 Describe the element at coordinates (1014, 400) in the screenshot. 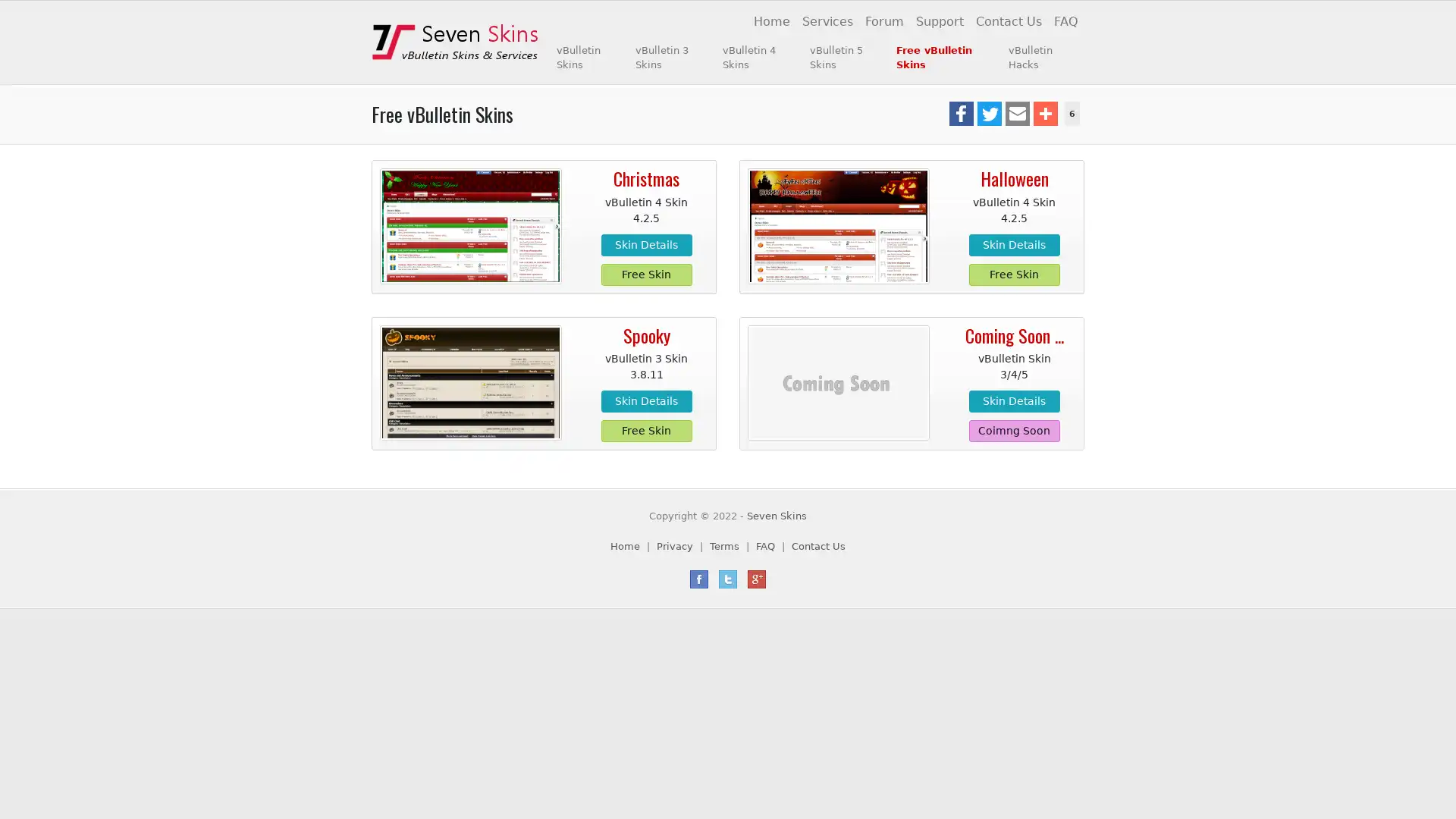

I see `Skin Details` at that location.